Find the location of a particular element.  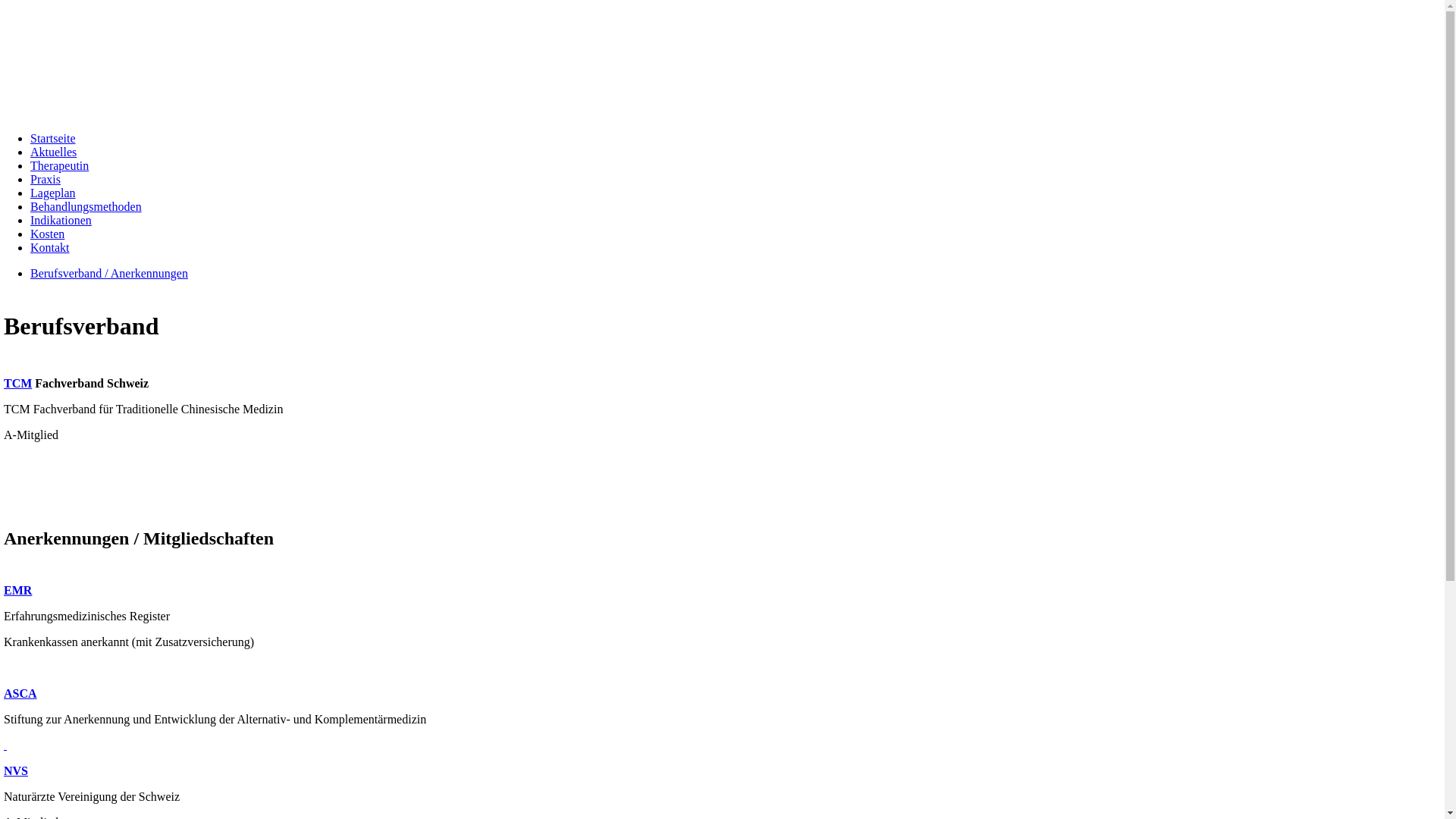

'TCM' is located at coordinates (17, 382).